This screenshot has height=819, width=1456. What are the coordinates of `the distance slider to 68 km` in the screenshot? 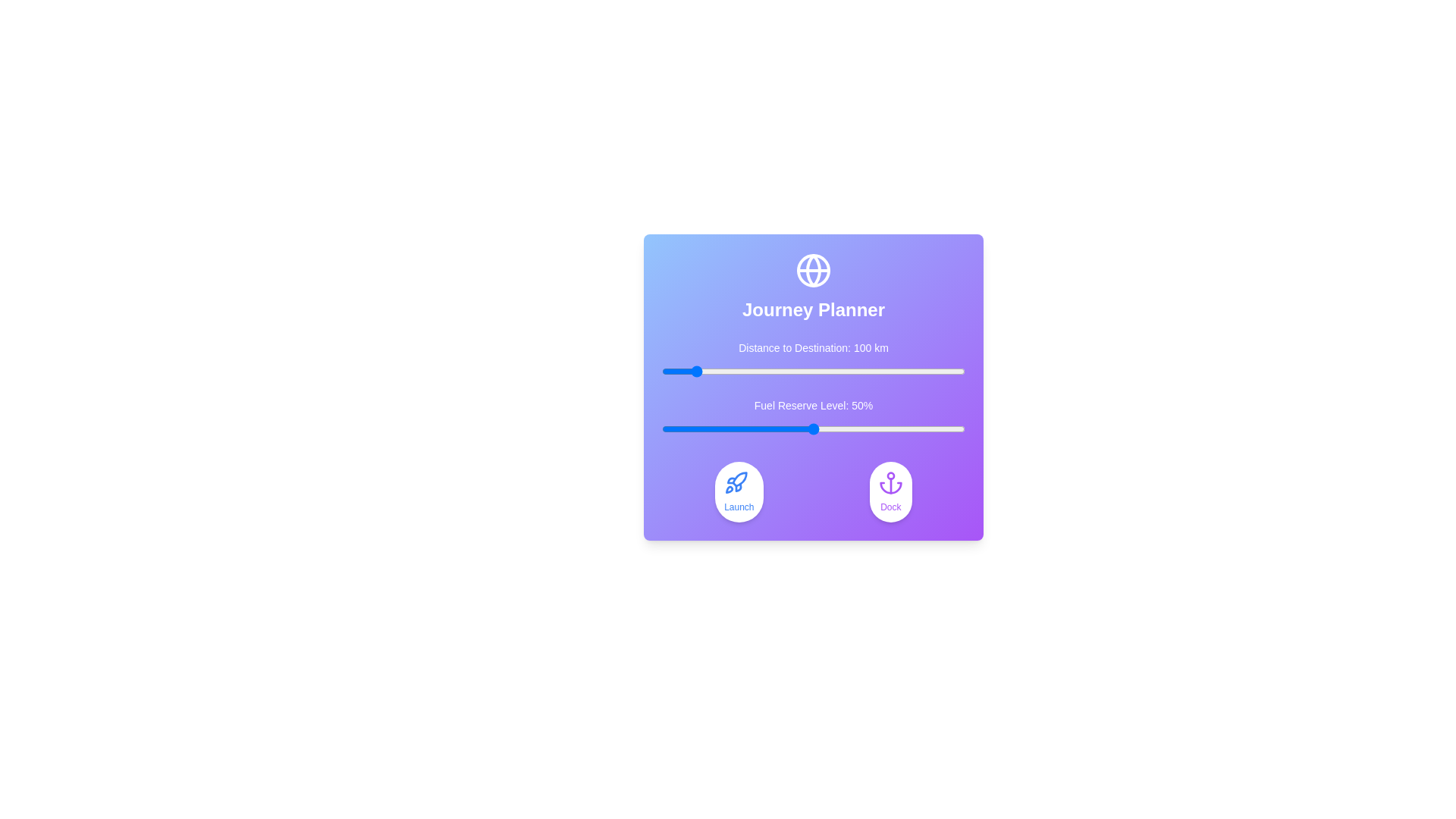 It's located at (682, 371).